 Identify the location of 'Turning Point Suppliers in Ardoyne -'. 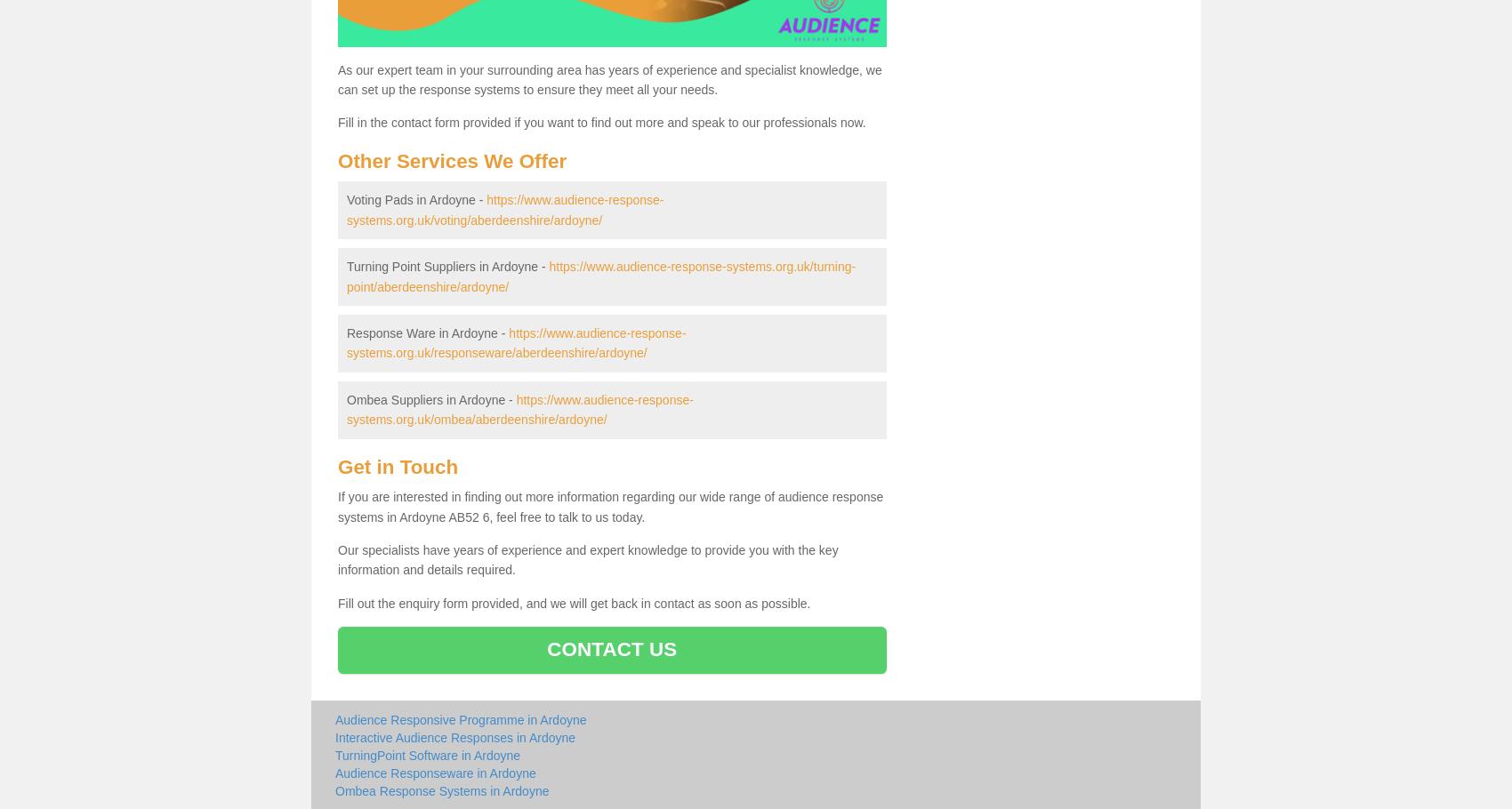
(345, 267).